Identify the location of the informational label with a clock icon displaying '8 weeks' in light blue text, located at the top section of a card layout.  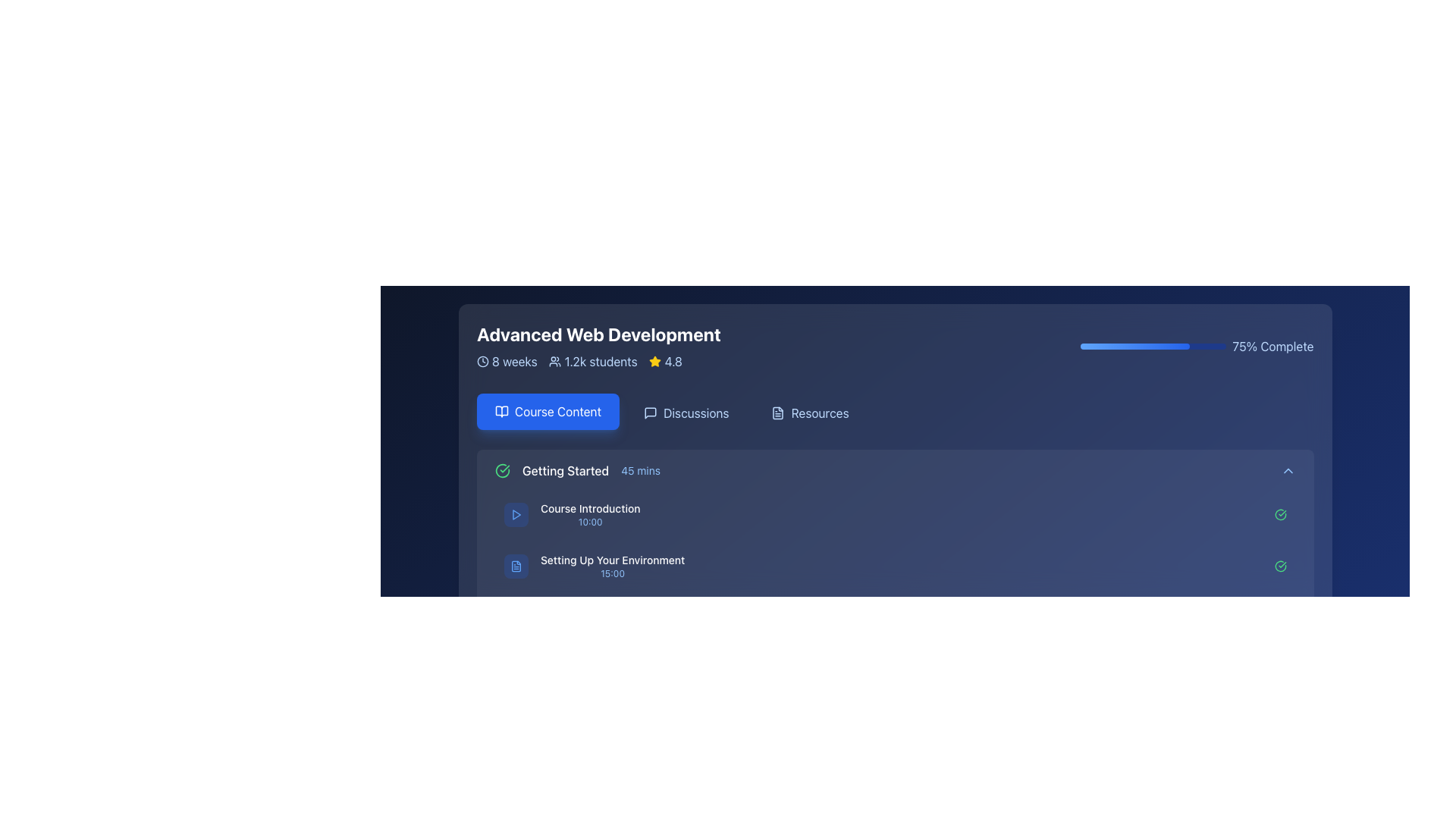
(507, 362).